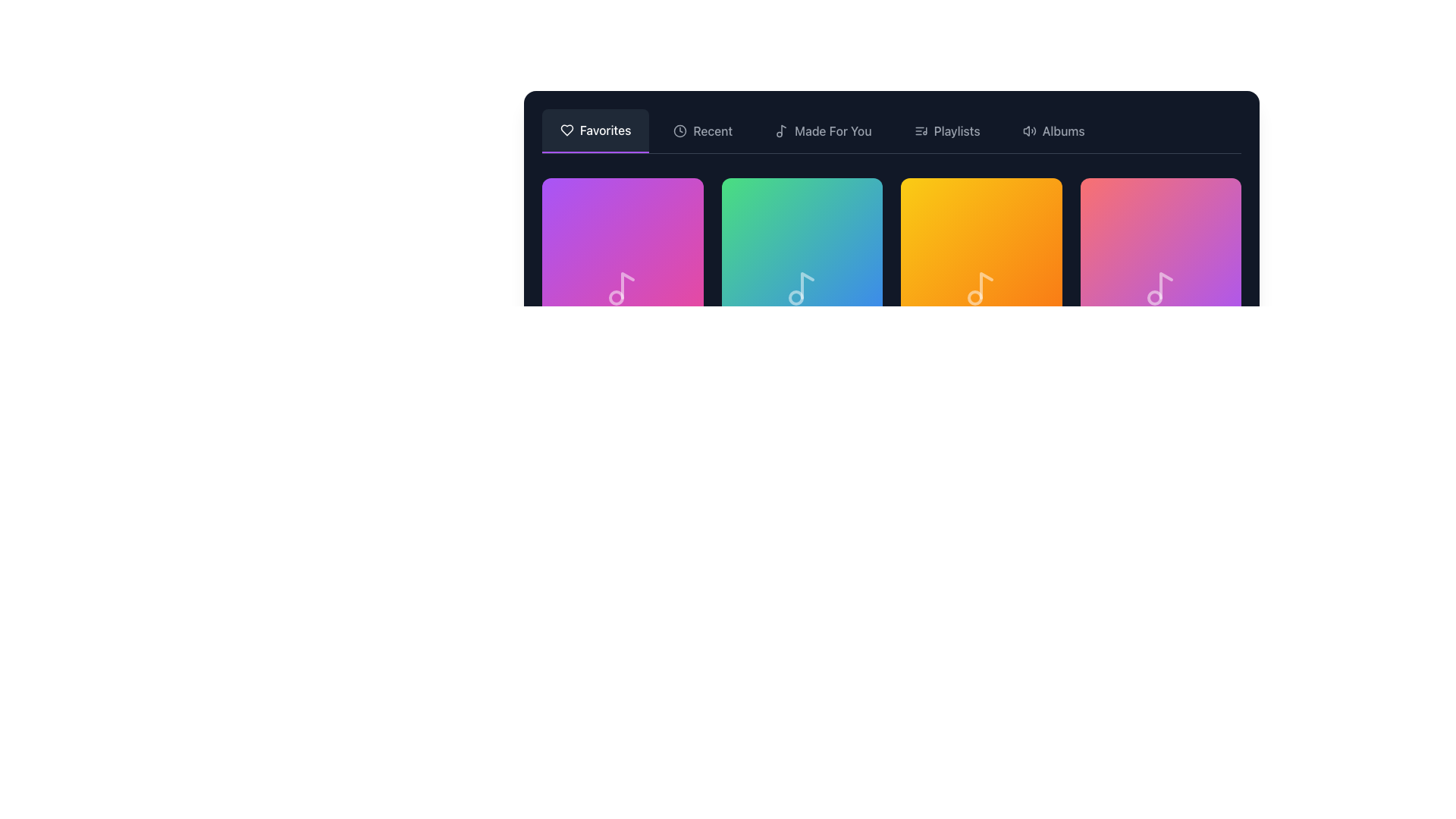  I want to click on the text label in the navigation bar, positioned between 'Recent' and 'Playlists', so click(832, 130).